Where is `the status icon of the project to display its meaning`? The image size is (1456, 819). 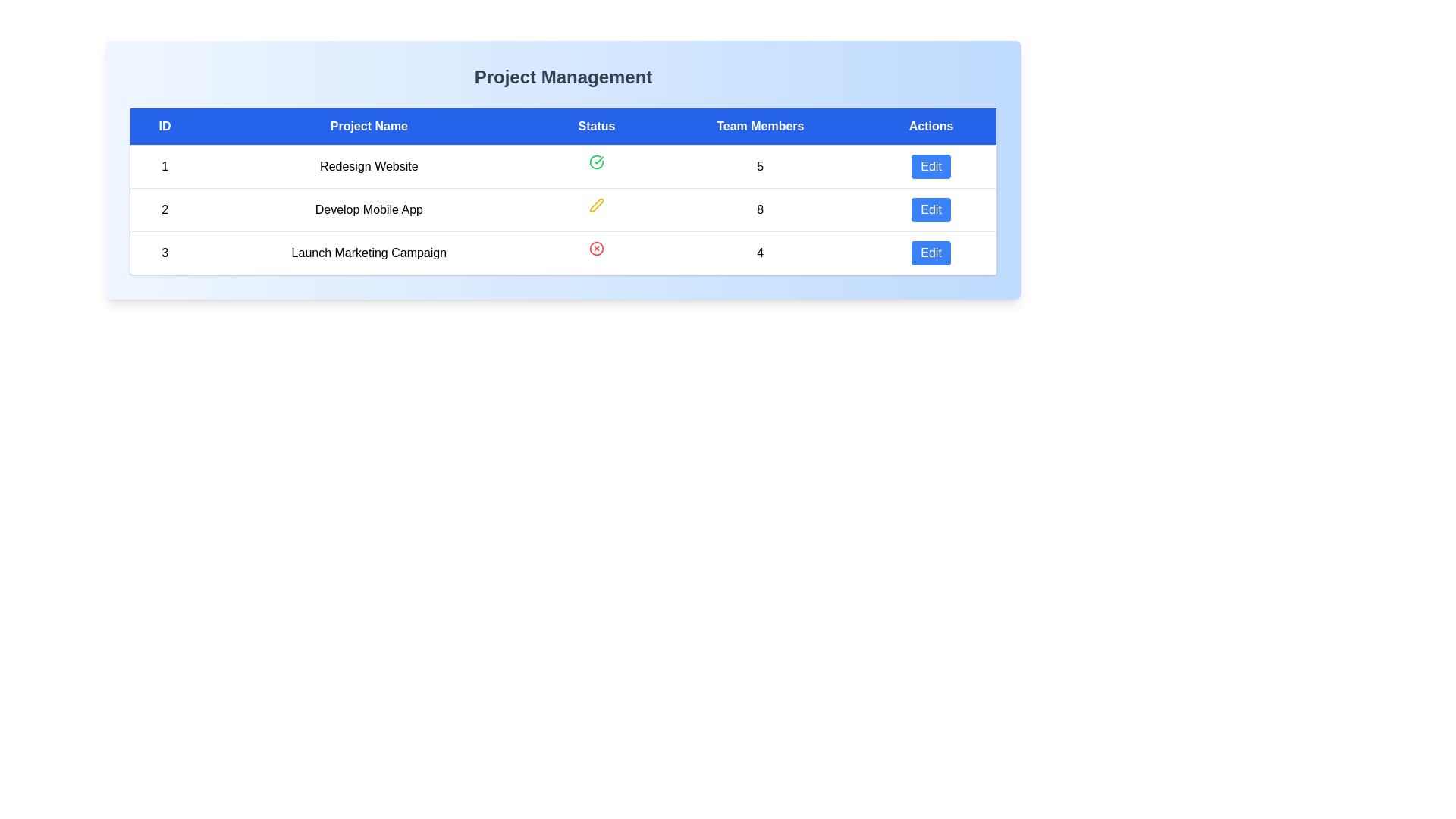 the status icon of the project to display its meaning is located at coordinates (596, 162).